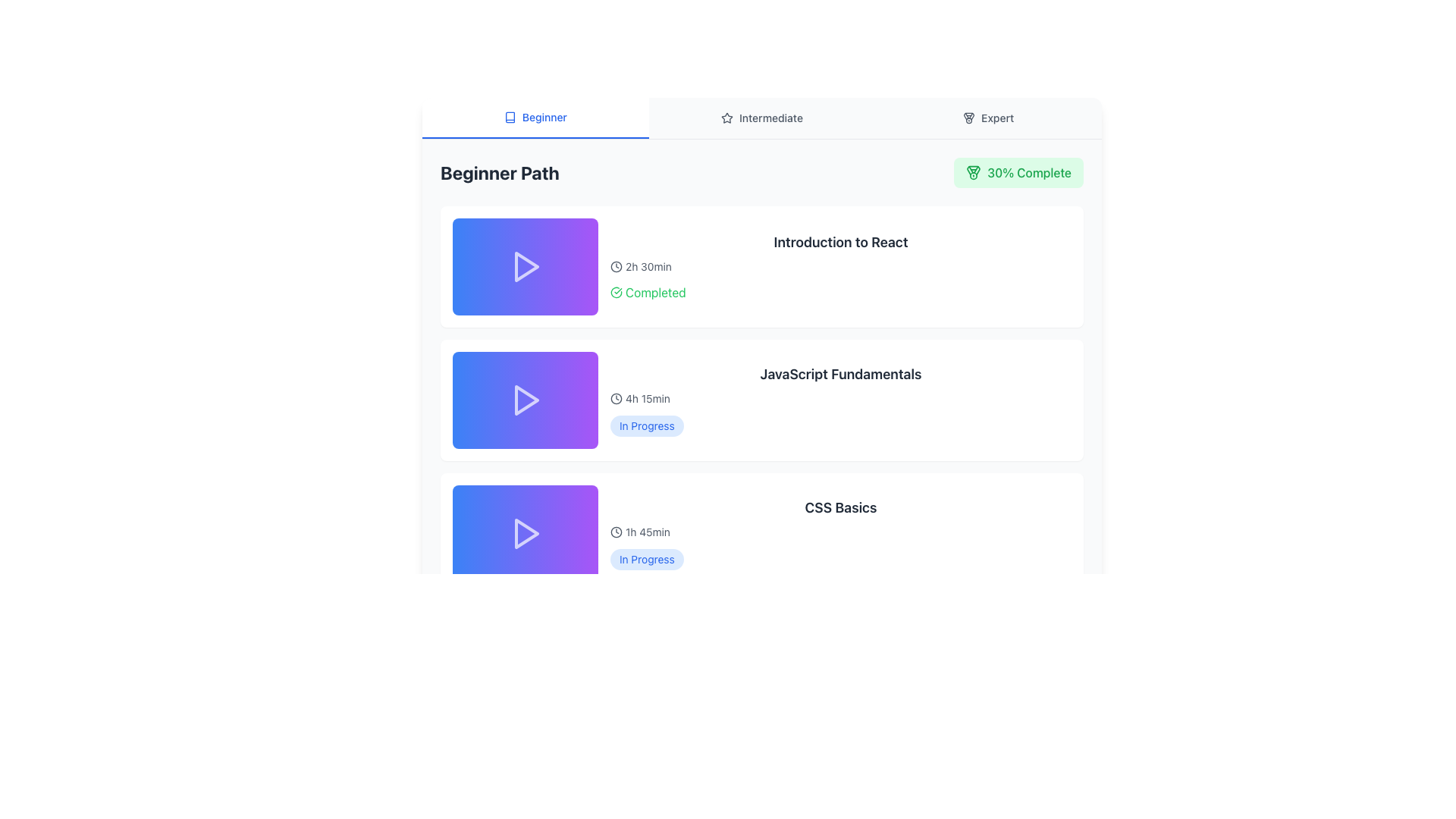 This screenshot has width=1456, height=819. What do you see at coordinates (648, 265) in the screenshot?
I see `the static text element displaying the duration '2h 30min' located within the time indicator component of the 'Introduction to React' course entry` at bounding box center [648, 265].